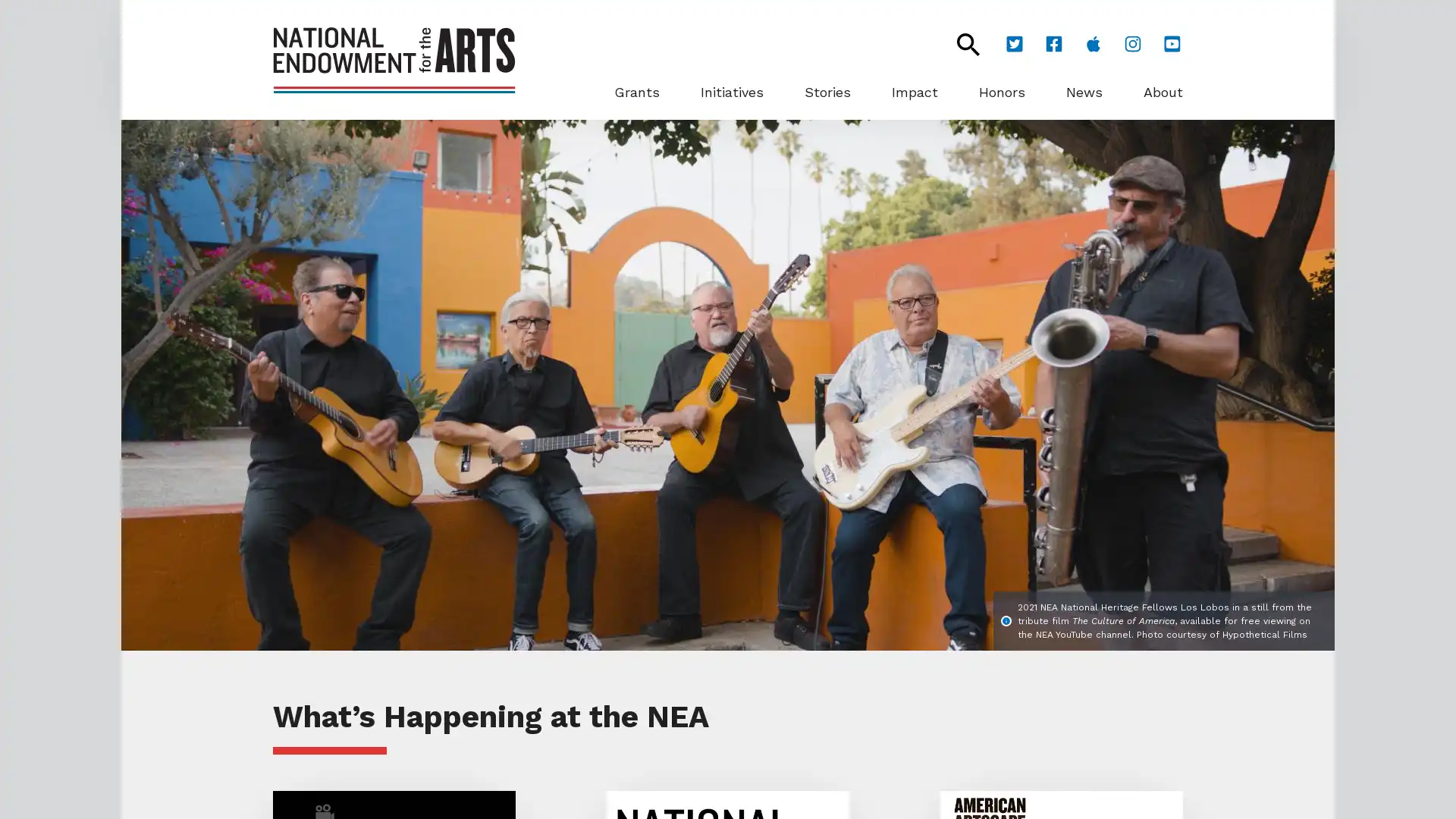 The height and width of the screenshot is (819, 1456). I want to click on Close Search, so click(959, 43).